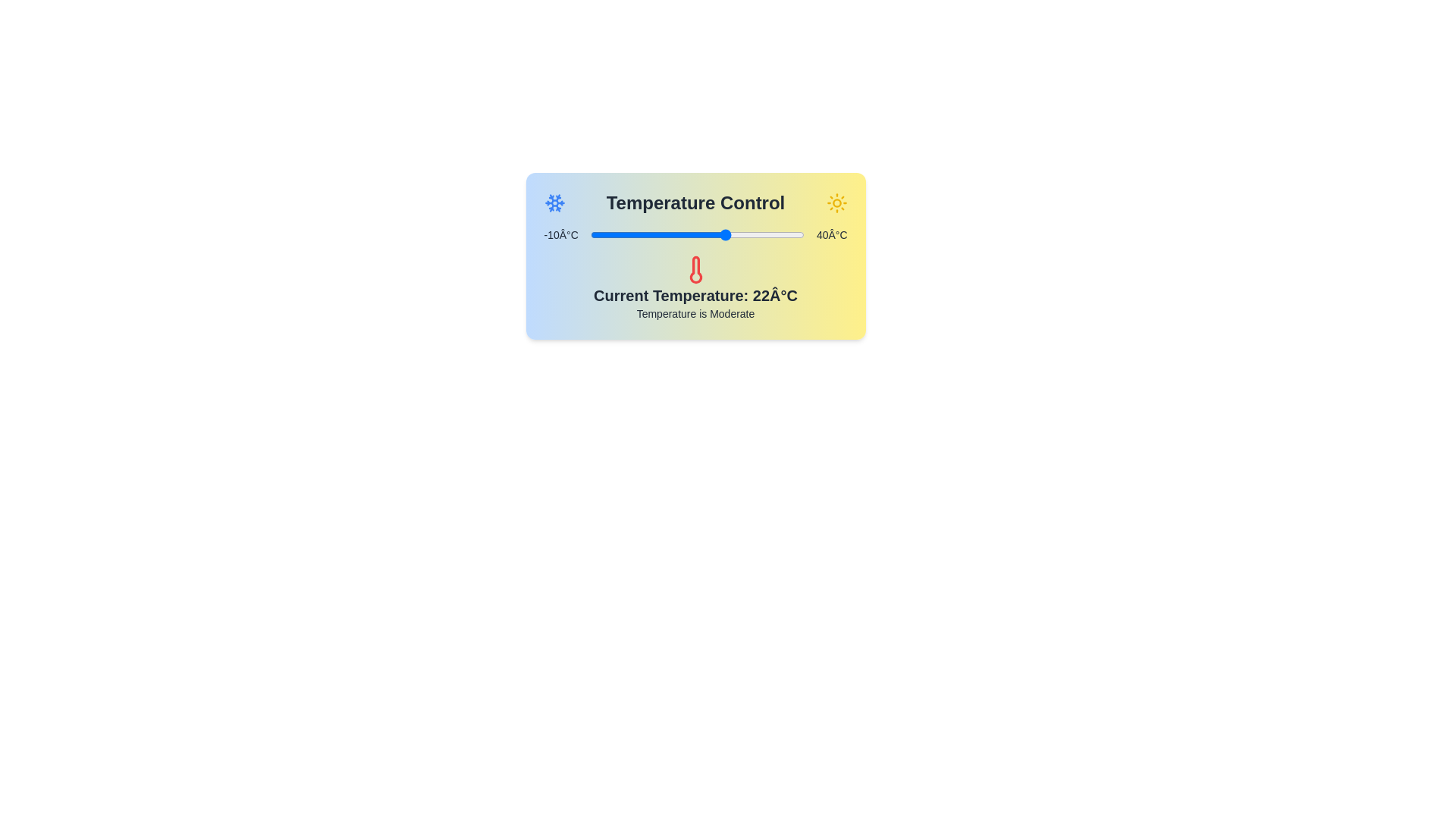 The image size is (1456, 819). What do you see at coordinates (629, 234) in the screenshot?
I see `the slider to set the temperature to -1°C` at bounding box center [629, 234].